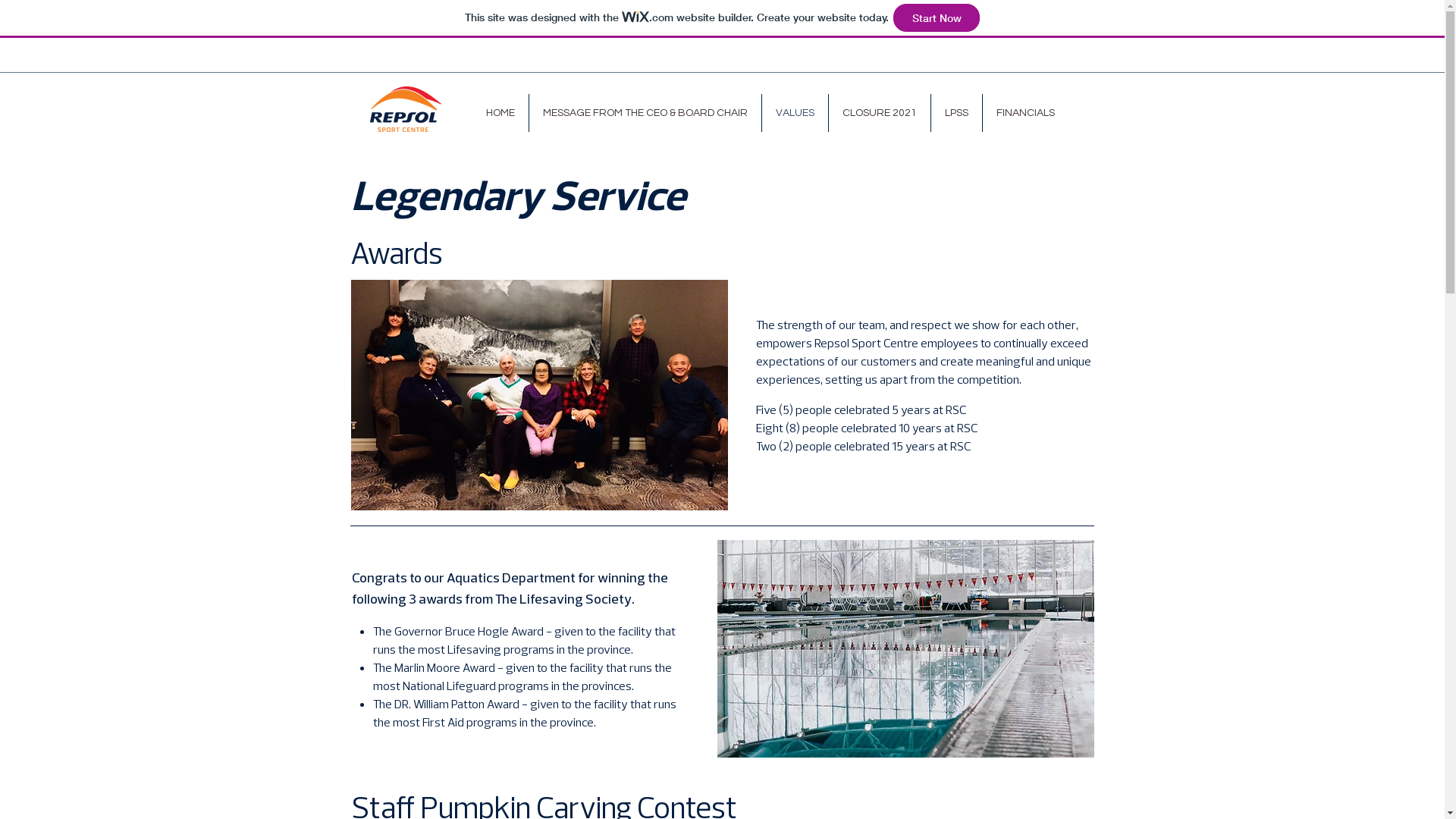 The width and height of the screenshot is (1456, 819). Describe the element at coordinates (793, 112) in the screenshot. I see `'VALUES'` at that location.